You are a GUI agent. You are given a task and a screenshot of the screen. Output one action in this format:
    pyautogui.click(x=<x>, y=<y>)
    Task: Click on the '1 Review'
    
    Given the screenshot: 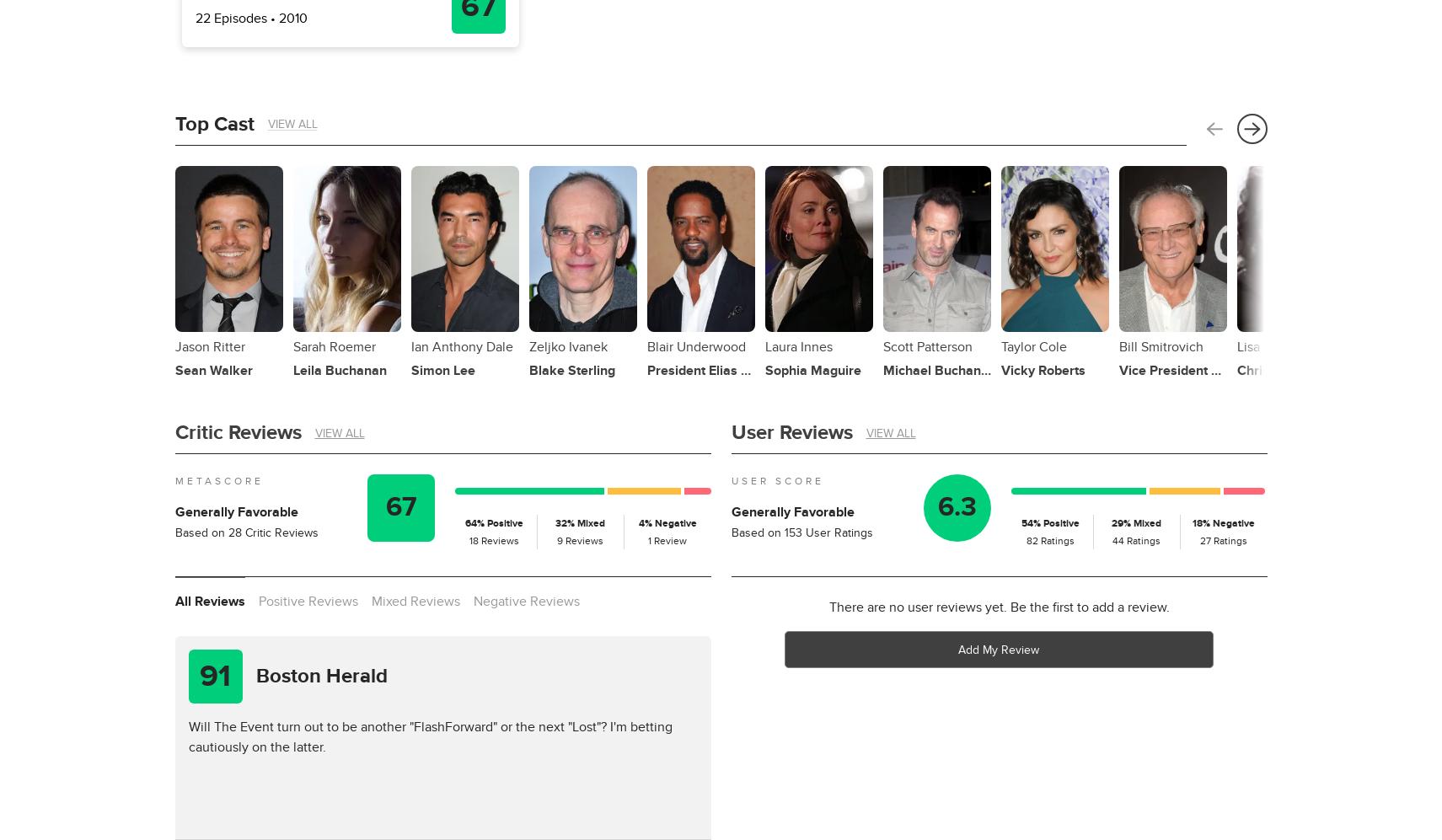 What is the action you would take?
    pyautogui.click(x=667, y=540)
    